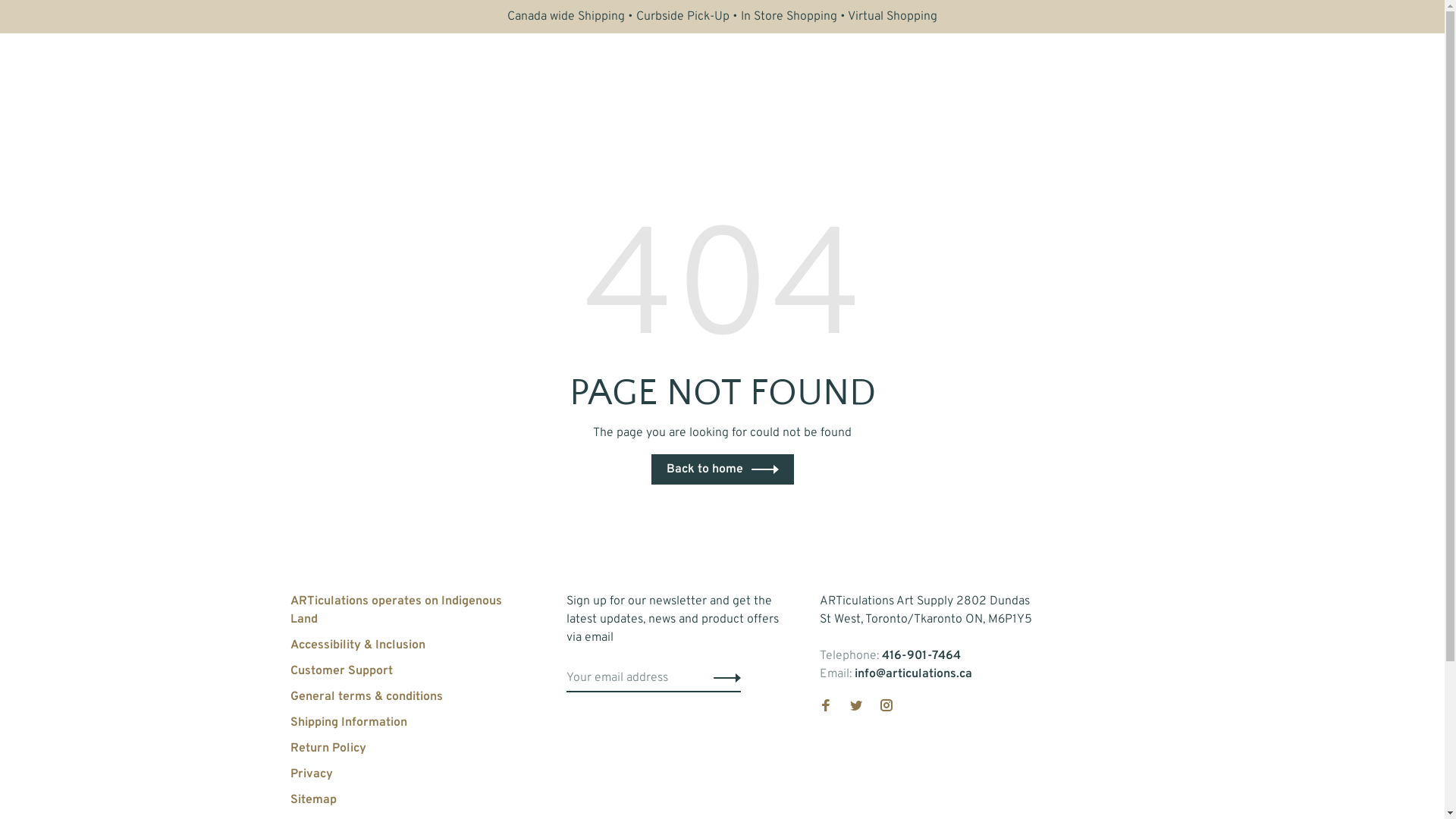 Image resolution: width=1456 pixels, height=819 pixels. What do you see at coordinates (312, 799) in the screenshot?
I see `'Sitemap'` at bounding box center [312, 799].